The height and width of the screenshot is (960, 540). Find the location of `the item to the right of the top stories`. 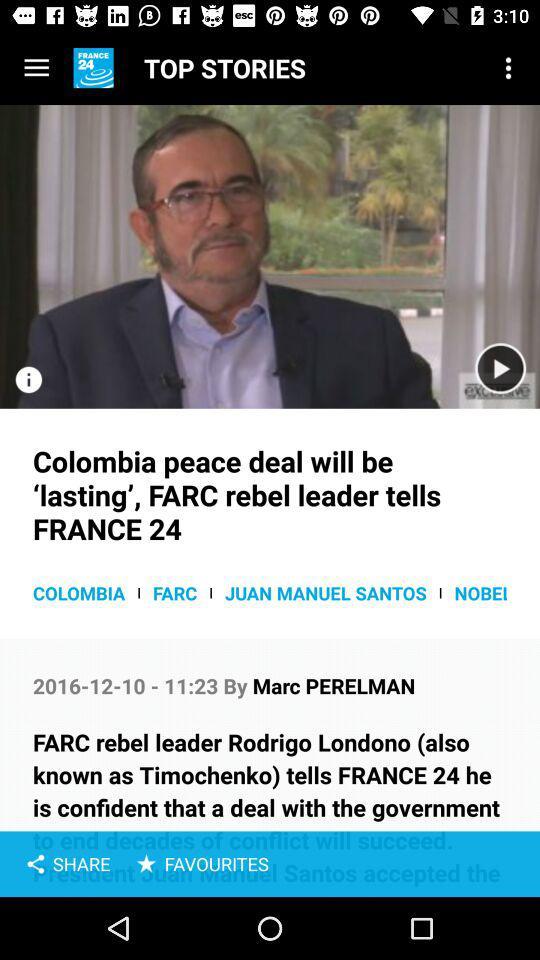

the item to the right of the top stories is located at coordinates (508, 68).